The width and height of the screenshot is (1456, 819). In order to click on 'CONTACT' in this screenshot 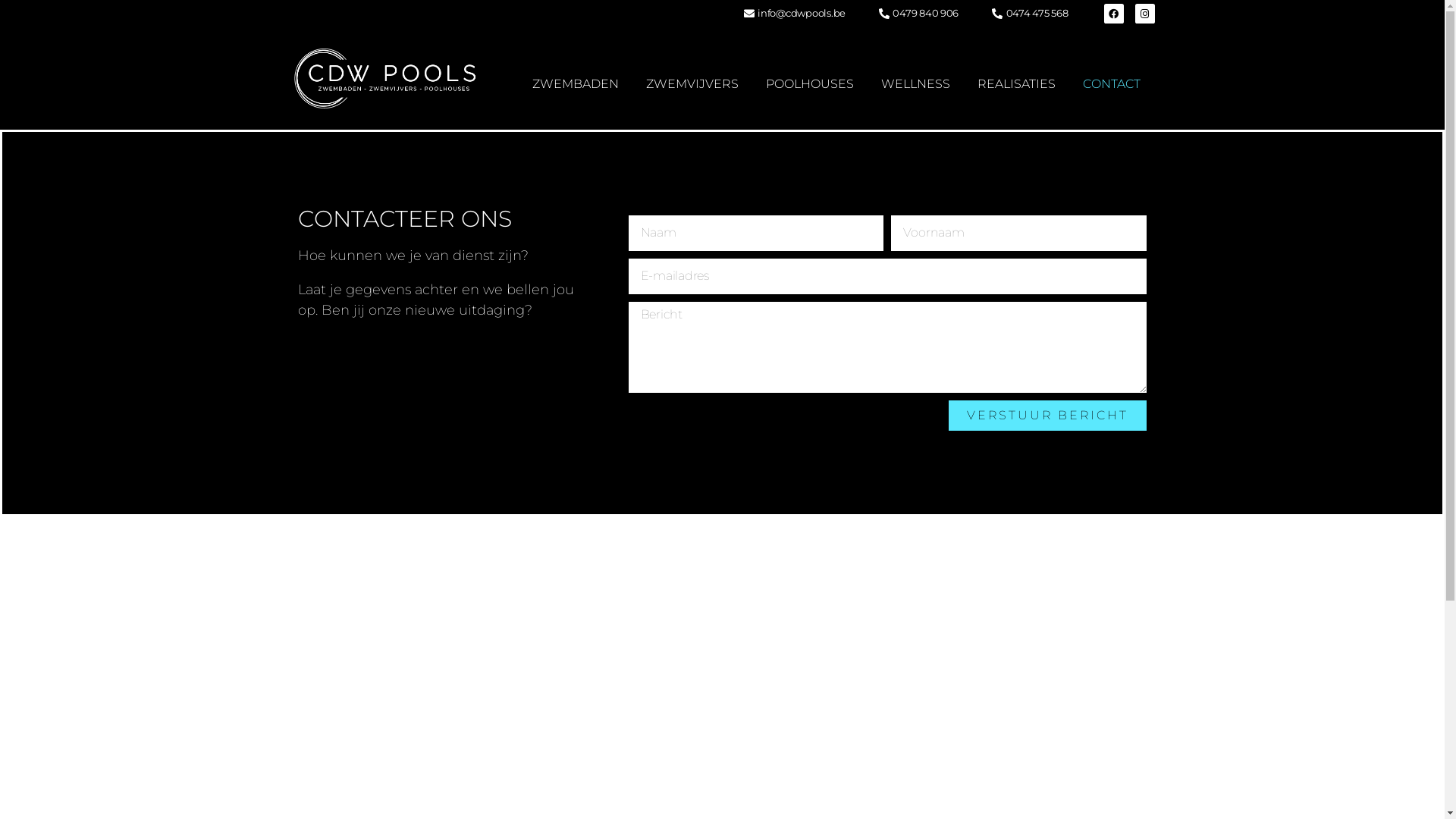, I will do `click(1111, 84)`.